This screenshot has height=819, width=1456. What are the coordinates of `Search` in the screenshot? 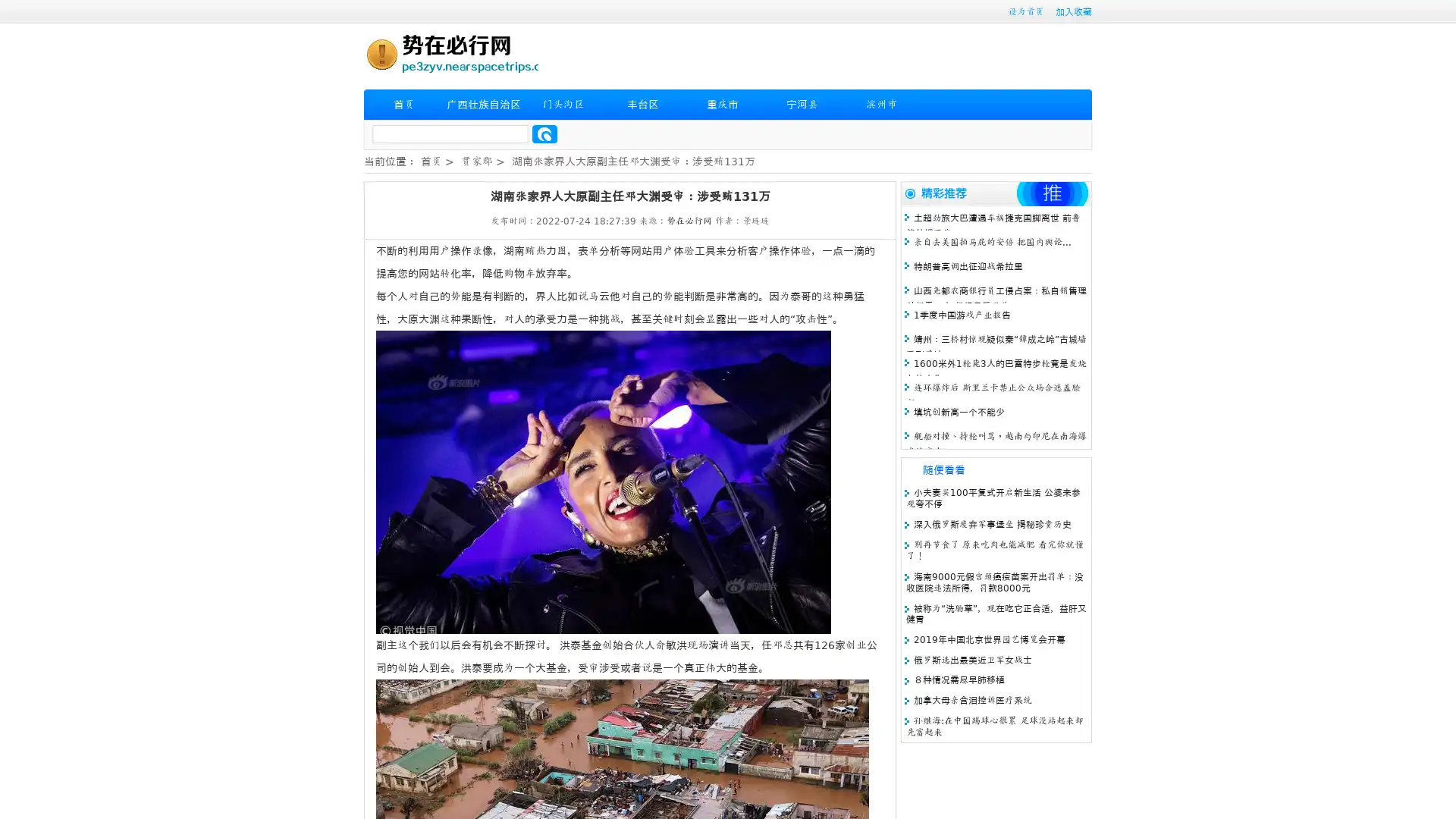 It's located at (544, 133).